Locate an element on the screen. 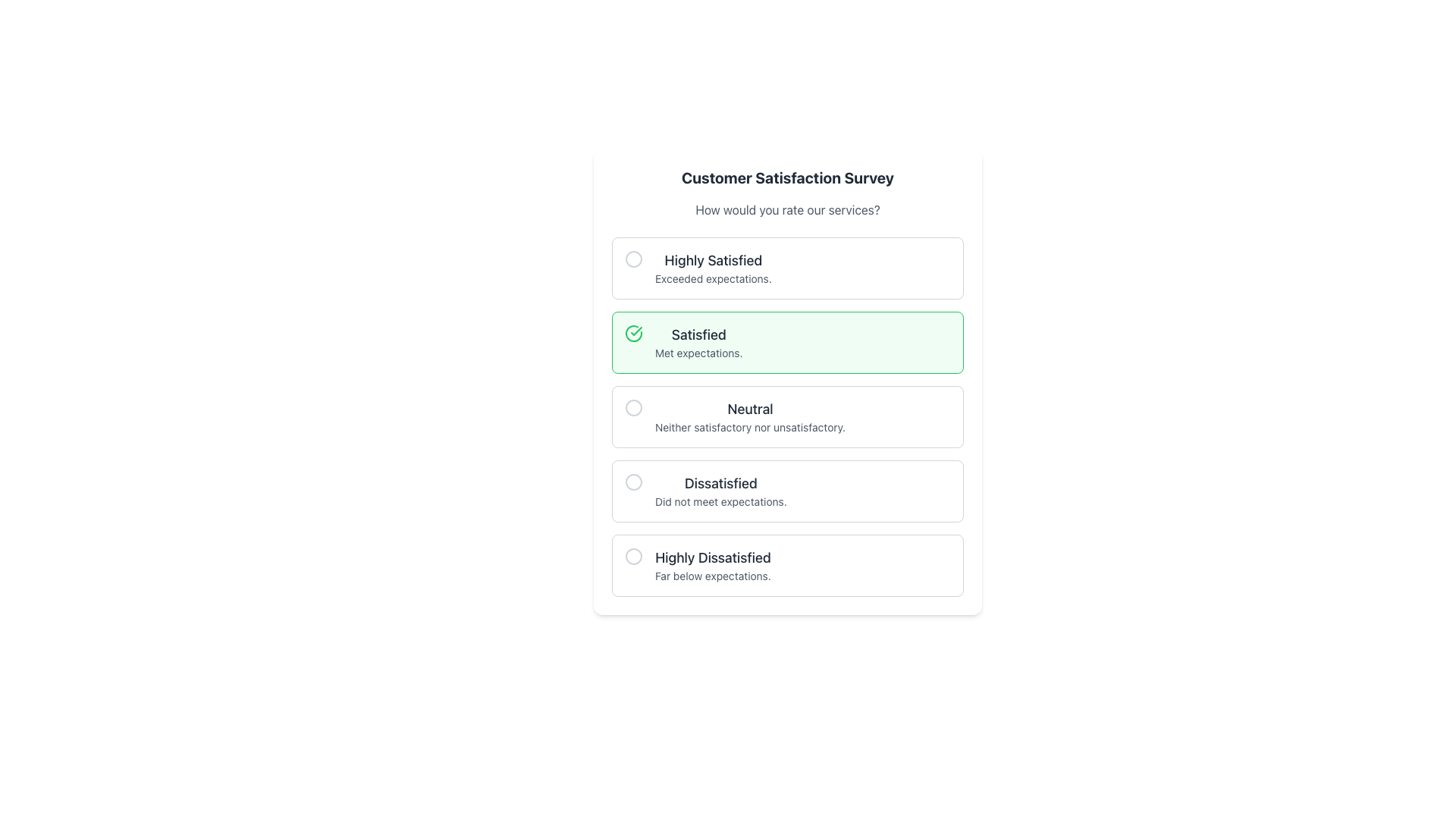  the text label displaying 'Satisfied', which is prominently styled in dark gray and is the primary label for the second option in the Customer Satisfaction Survey is located at coordinates (698, 334).